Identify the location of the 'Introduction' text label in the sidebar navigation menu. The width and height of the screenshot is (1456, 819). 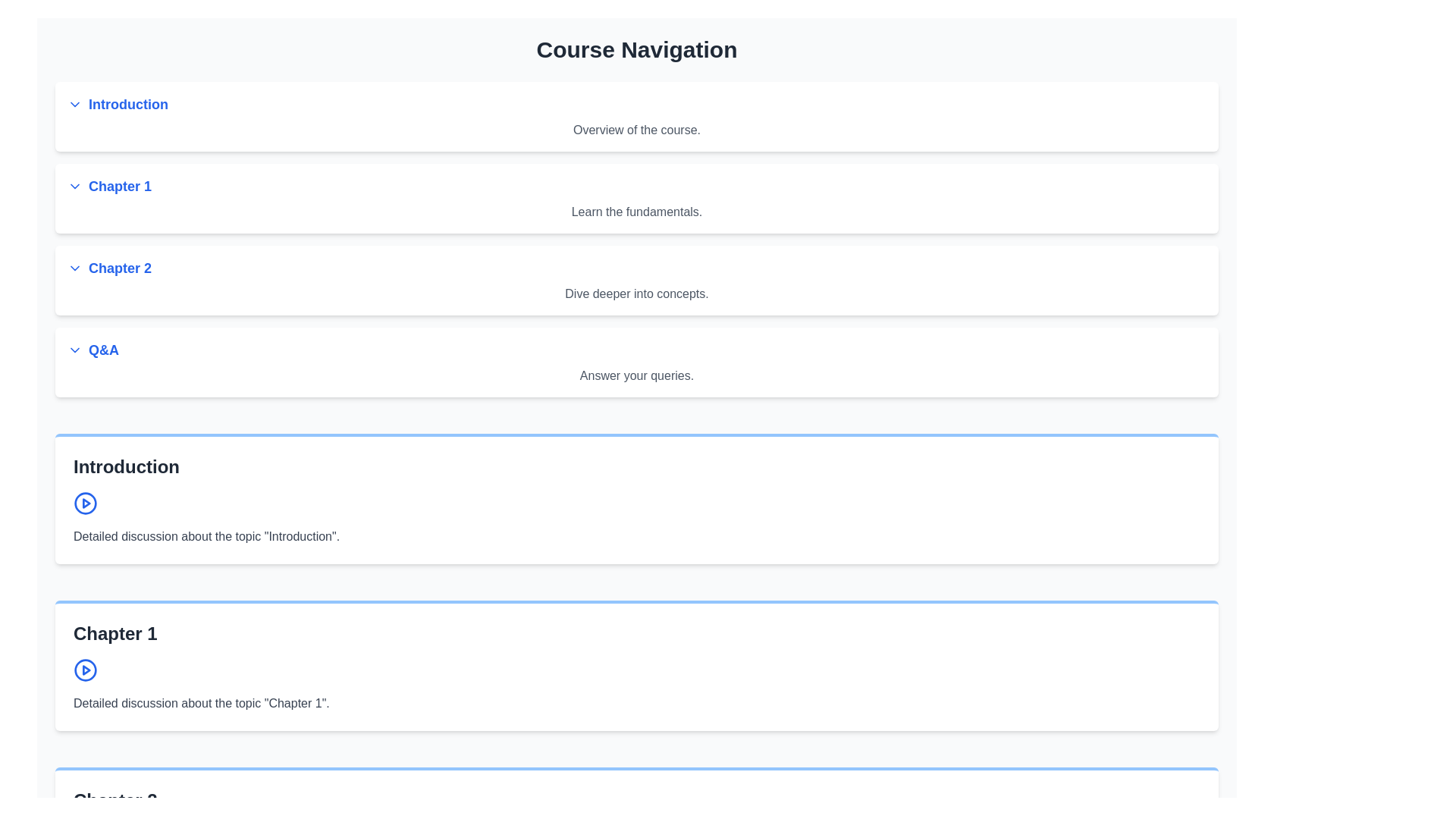
(128, 104).